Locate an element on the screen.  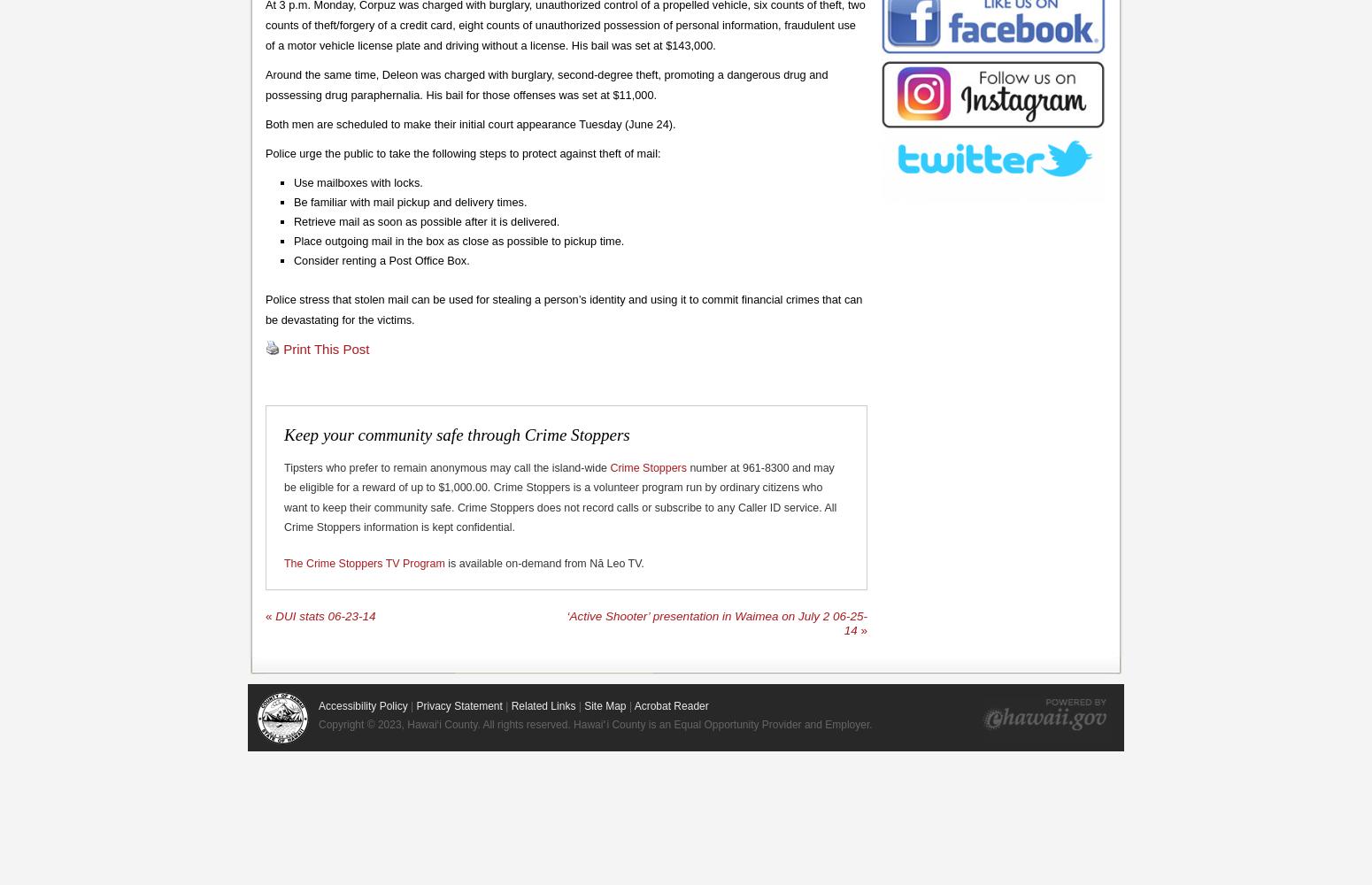
'Acrobat Reader' is located at coordinates (670, 706).